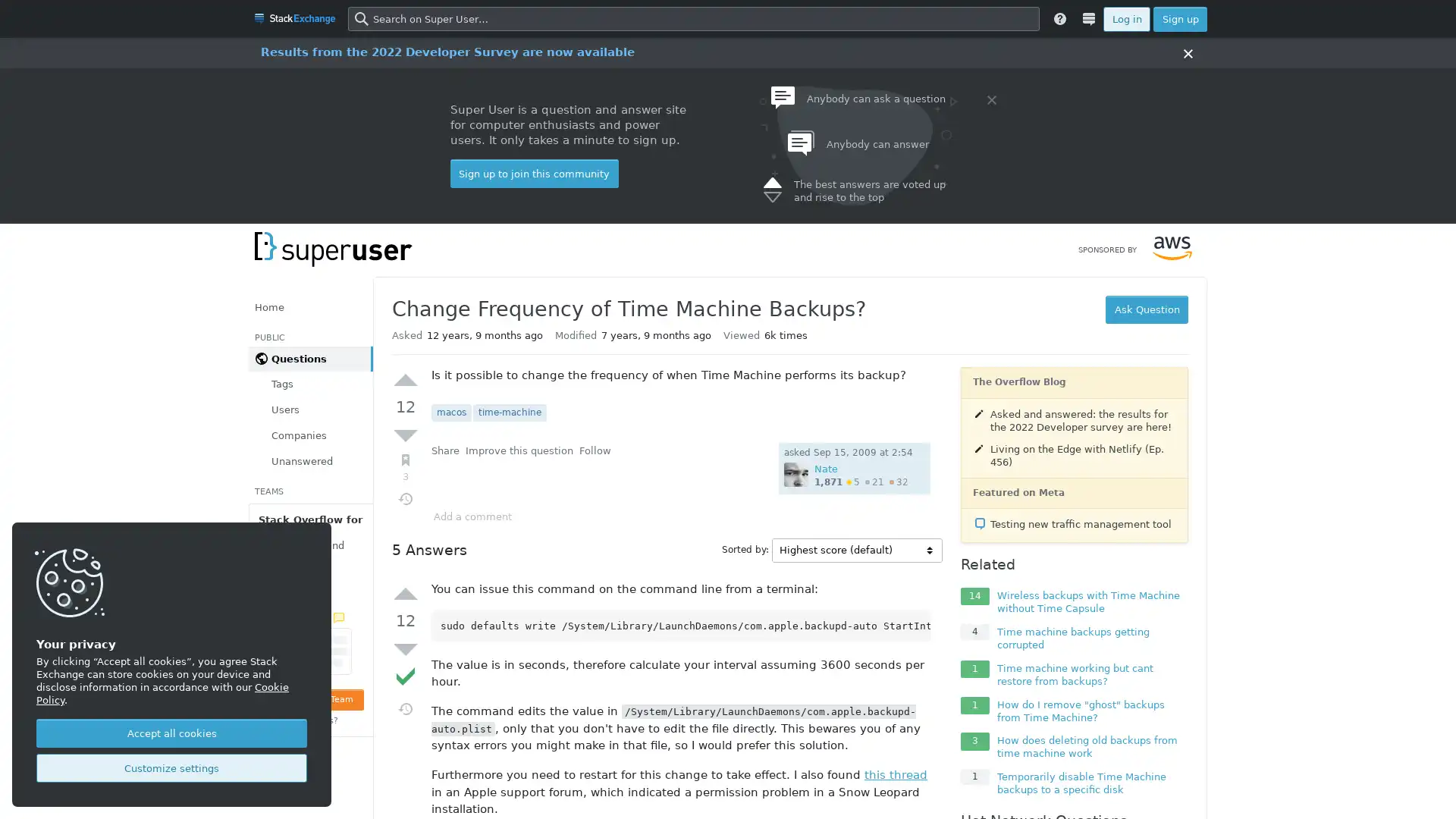  Describe the element at coordinates (405, 466) in the screenshot. I see `Bookmark (3)` at that location.